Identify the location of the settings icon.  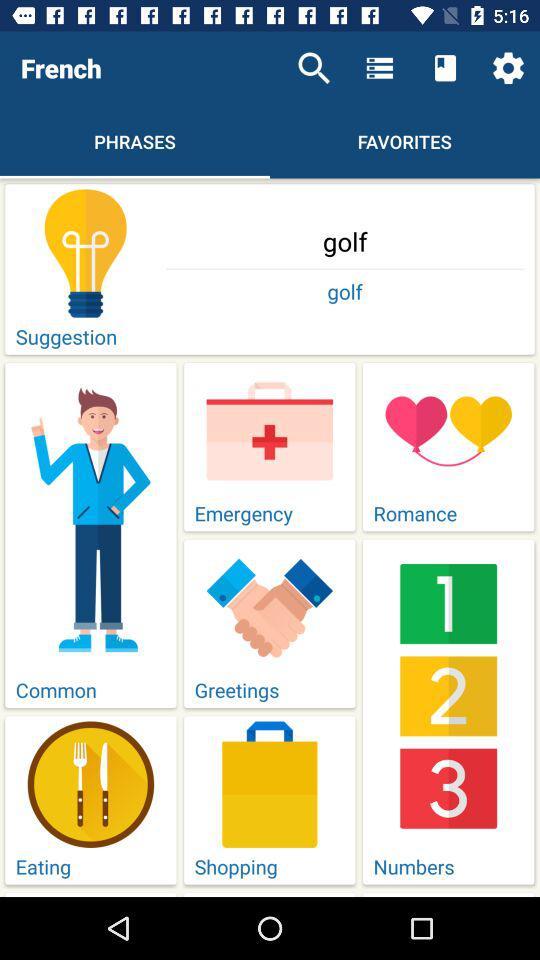
(508, 68).